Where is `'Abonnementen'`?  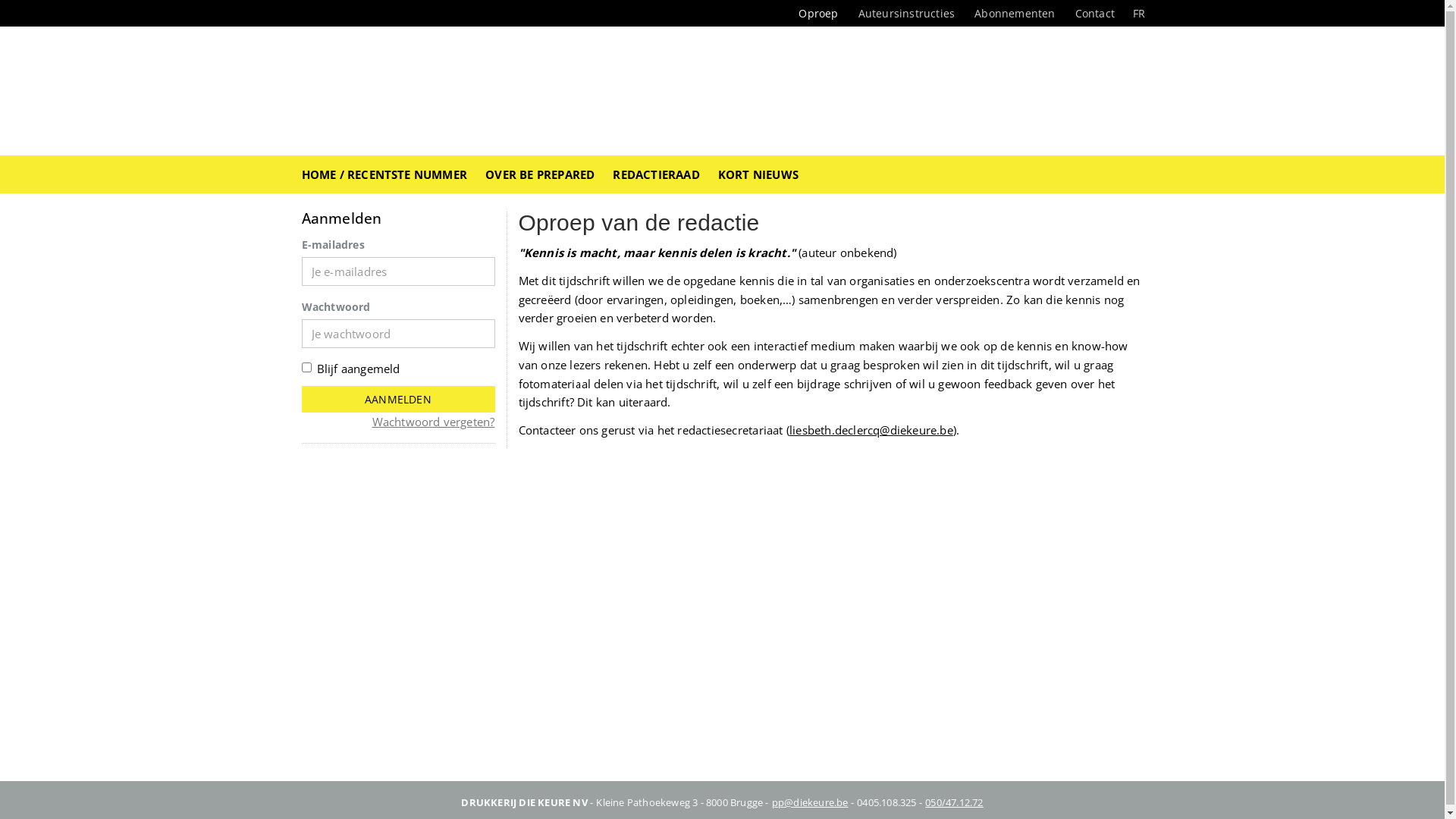 'Abonnementen' is located at coordinates (1015, 13).